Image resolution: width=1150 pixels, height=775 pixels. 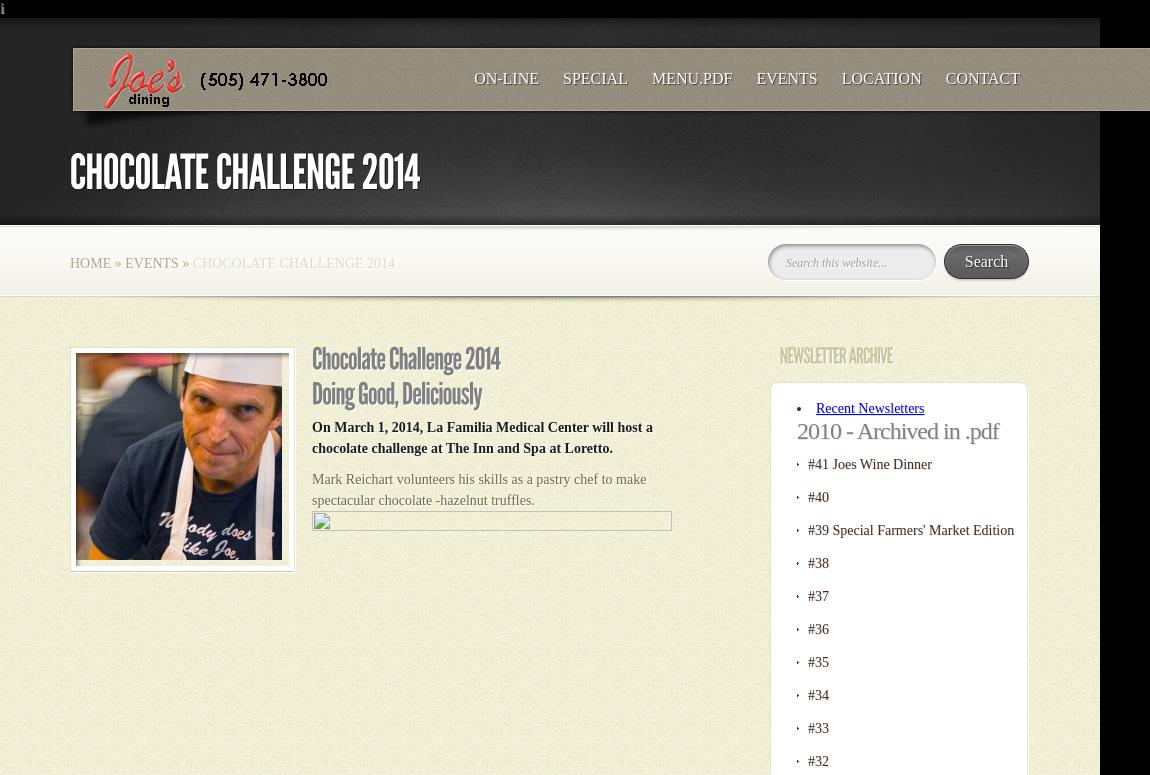 I want to click on 'On-LIne', so click(x=474, y=77).